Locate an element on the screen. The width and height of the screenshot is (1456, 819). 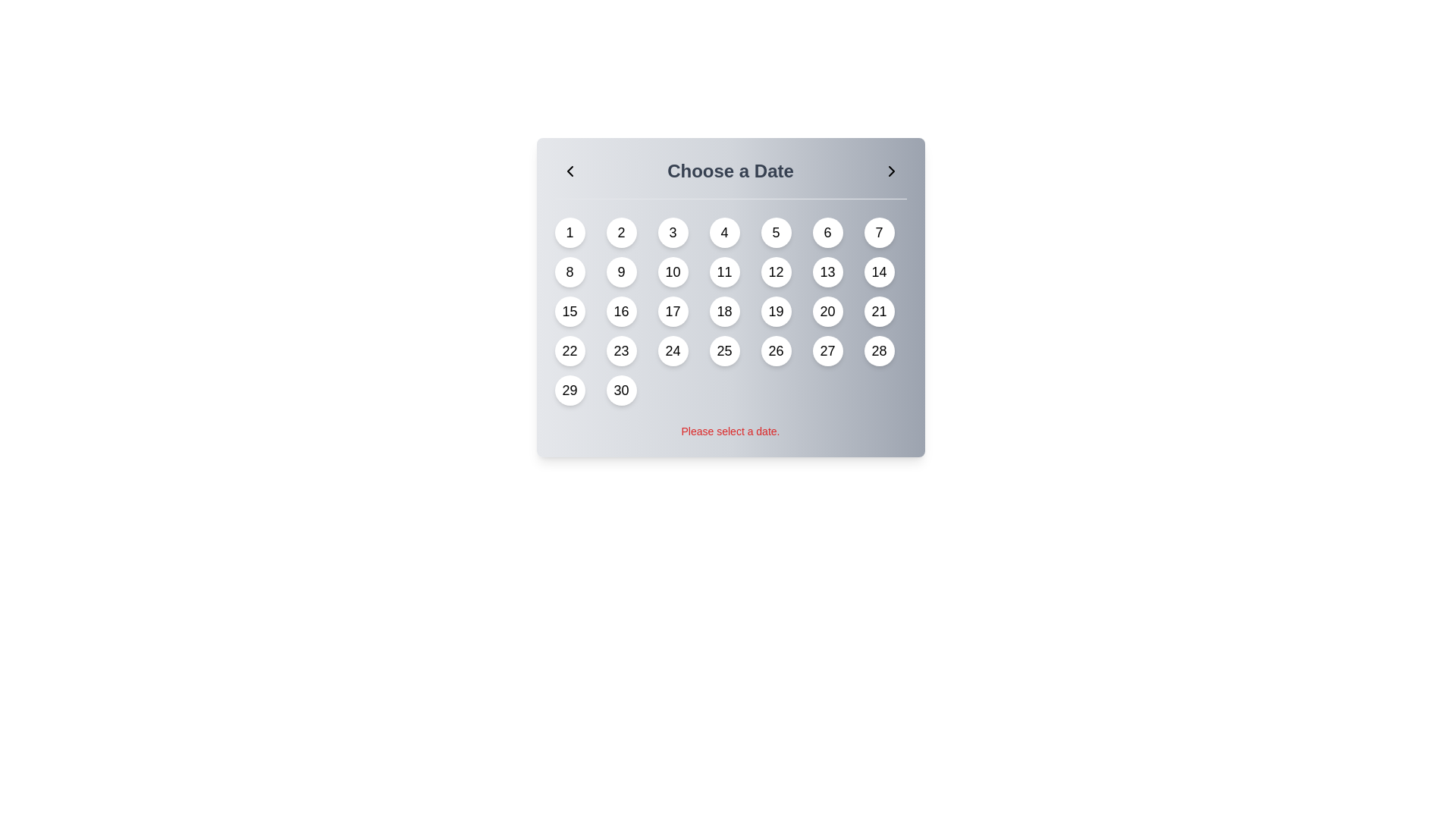
the button representing the date '21' in the calendar interface is located at coordinates (879, 311).